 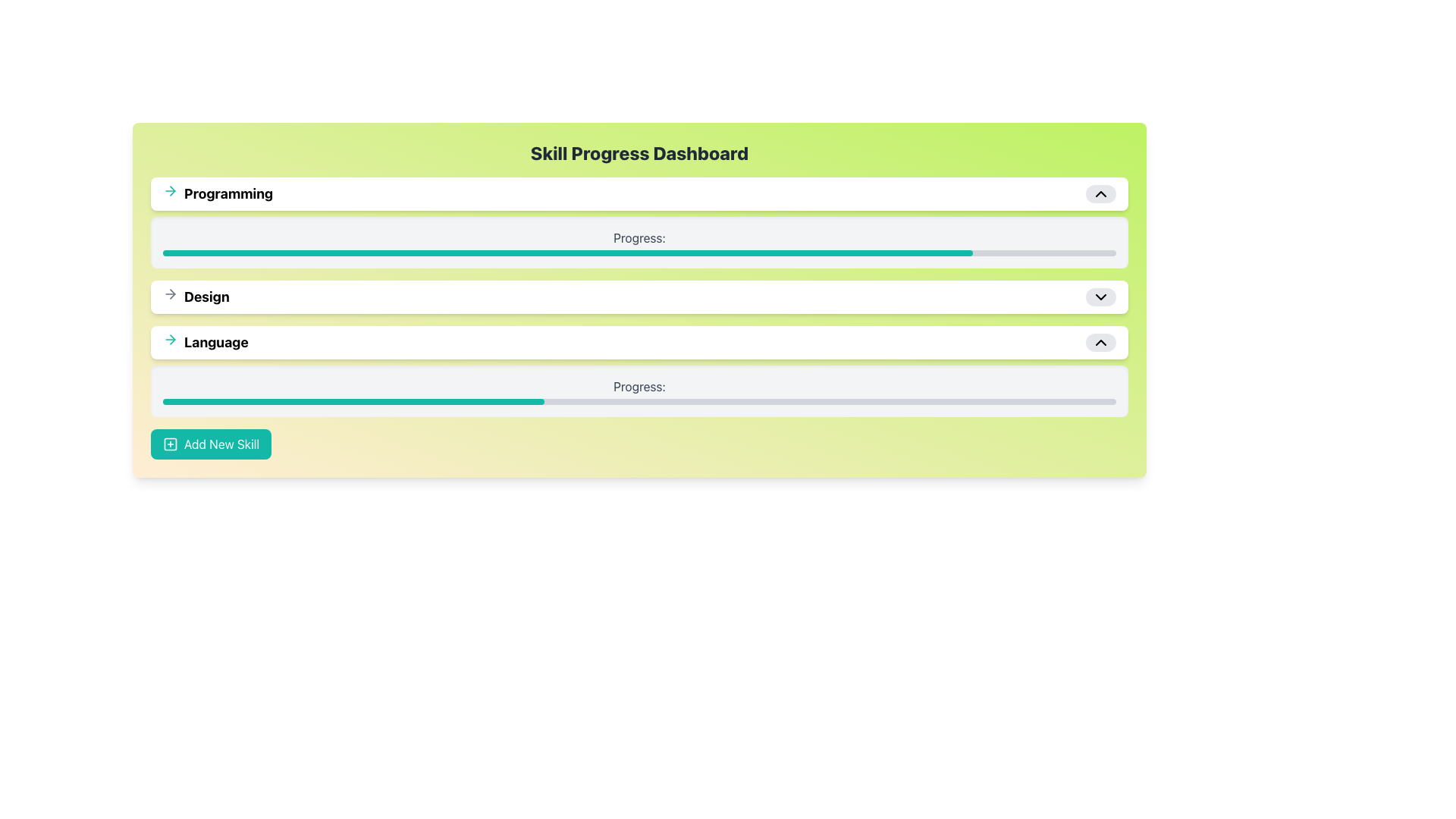 What do you see at coordinates (1100, 342) in the screenshot?
I see `the button that collapses or hides the content of the 'Language' section in the 'Skill Progress Dashboard'` at bounding box center [1100, 342].